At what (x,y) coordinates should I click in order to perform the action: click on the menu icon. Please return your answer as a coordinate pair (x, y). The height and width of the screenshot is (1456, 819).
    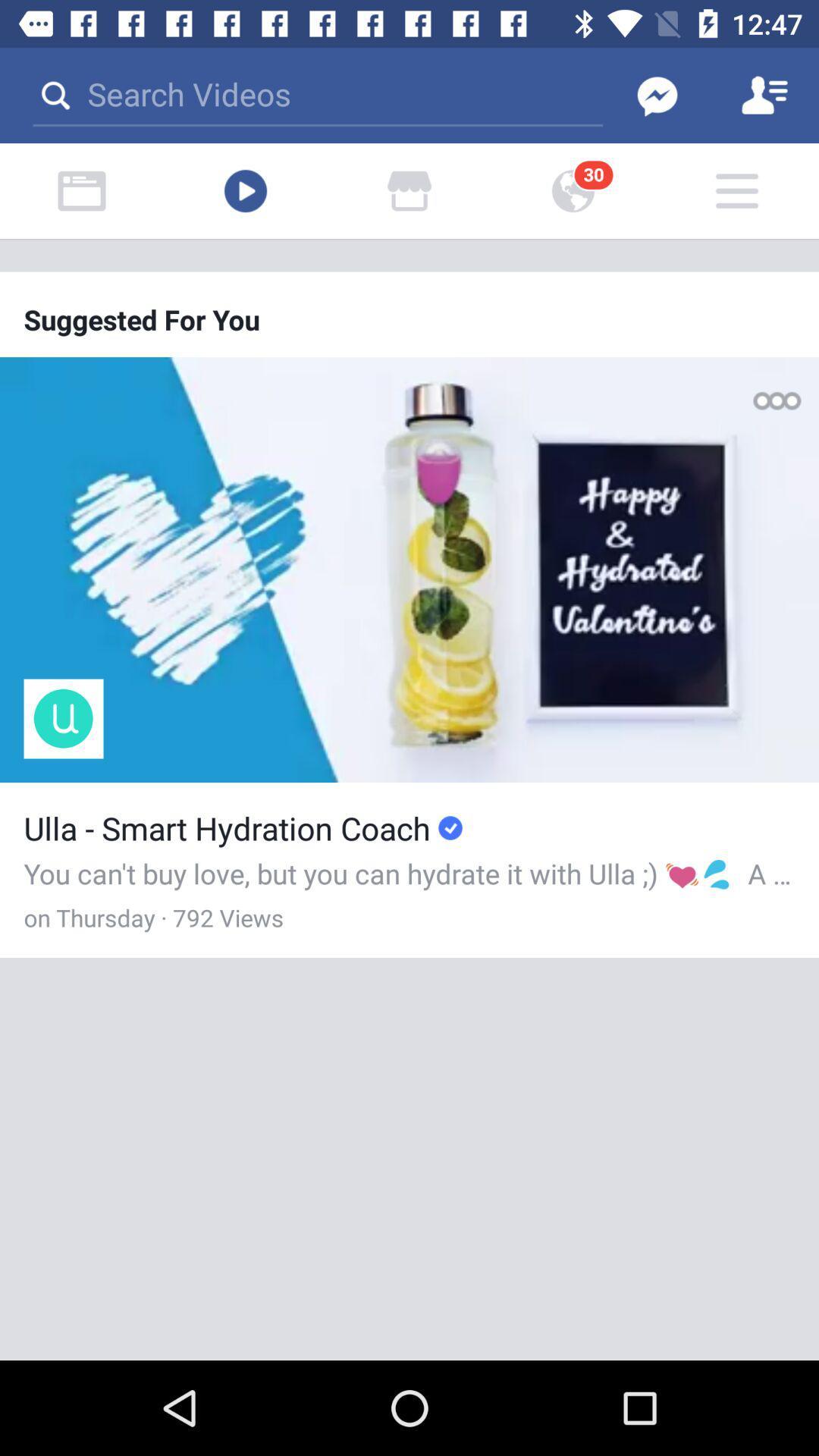
    Looking at the image, I should click on (736, 190).